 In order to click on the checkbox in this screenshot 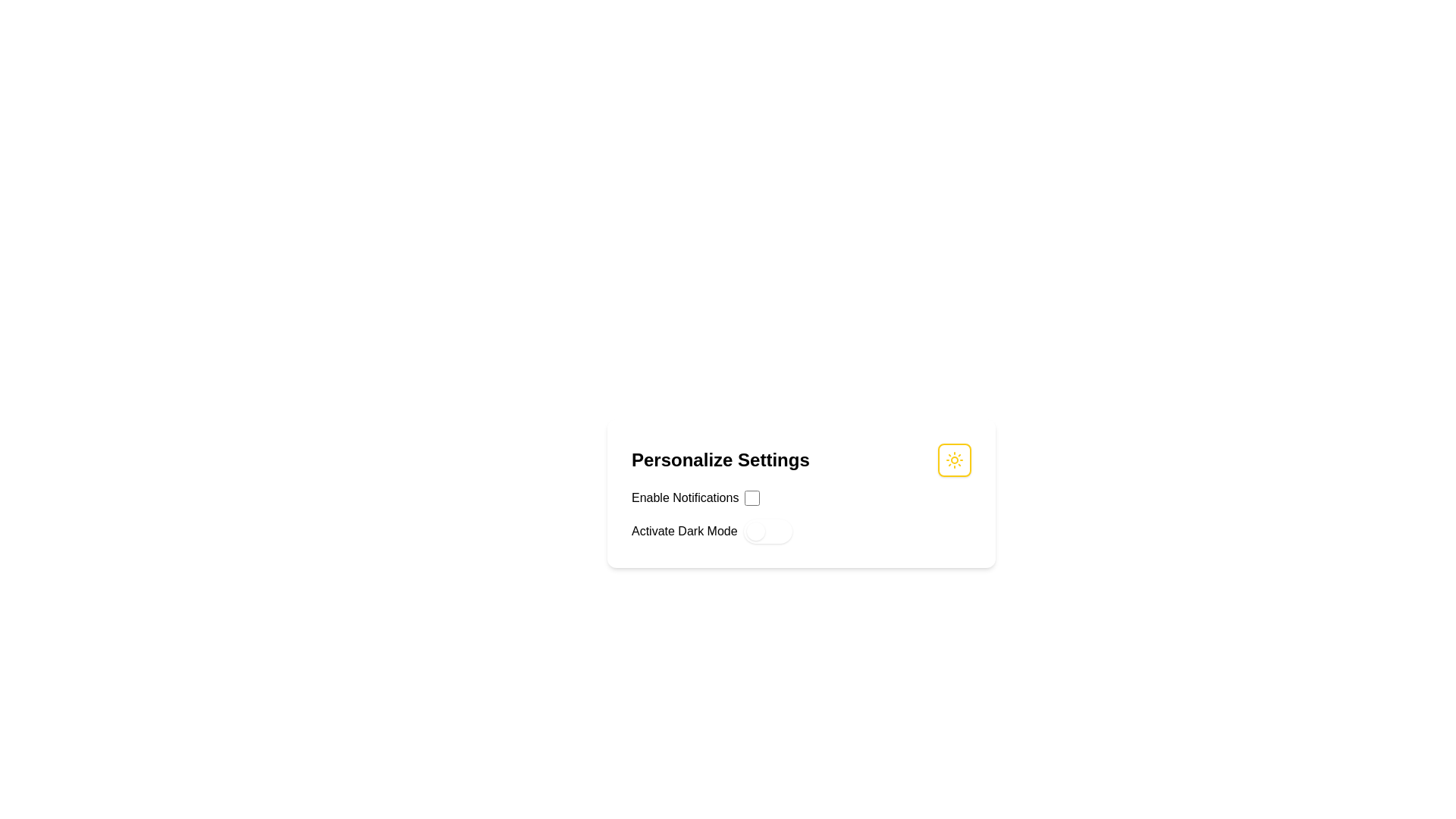, I will do `click(752, 497)`.